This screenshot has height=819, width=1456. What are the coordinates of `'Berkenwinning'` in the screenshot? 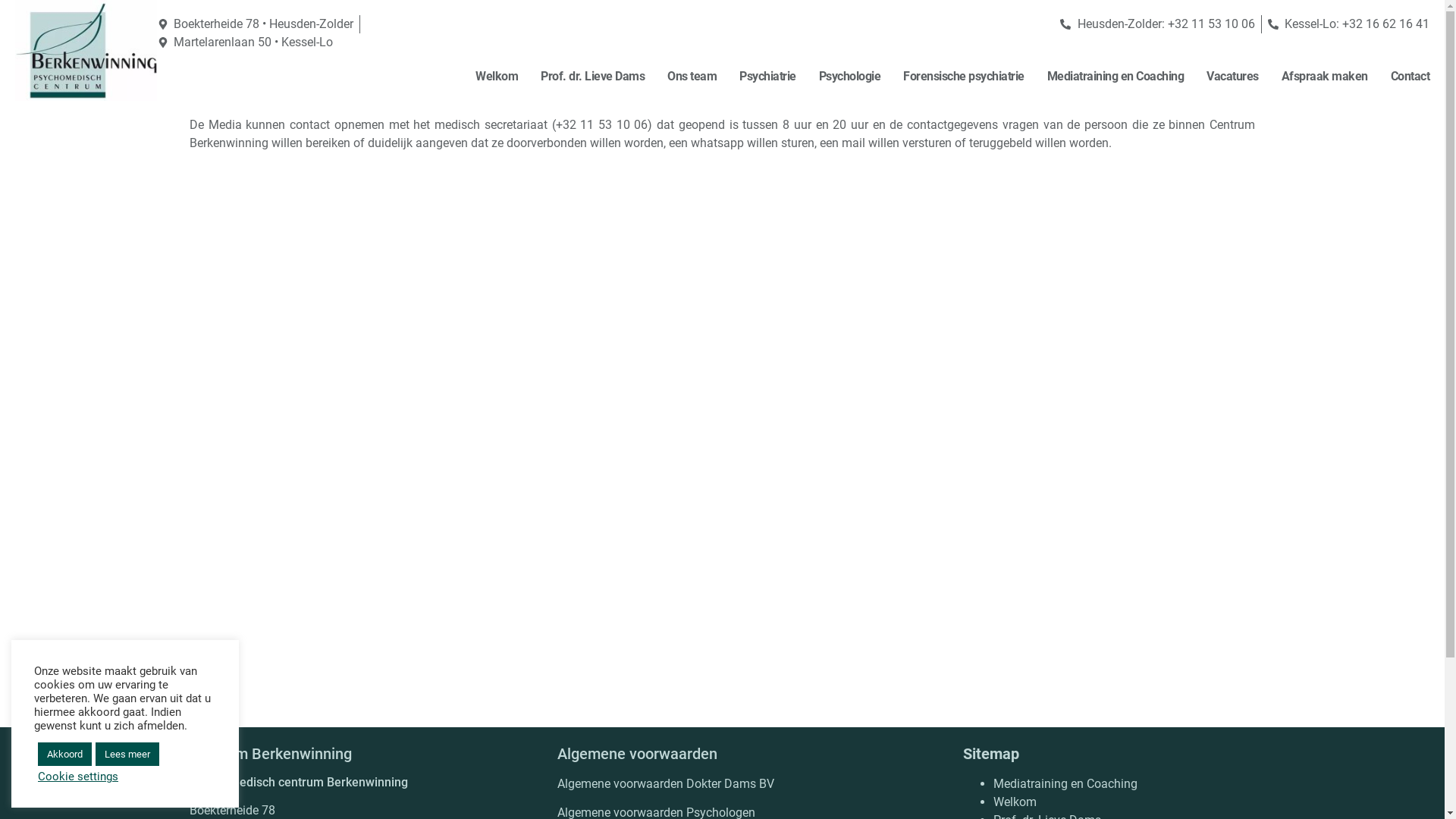 It's located at (85, 49).